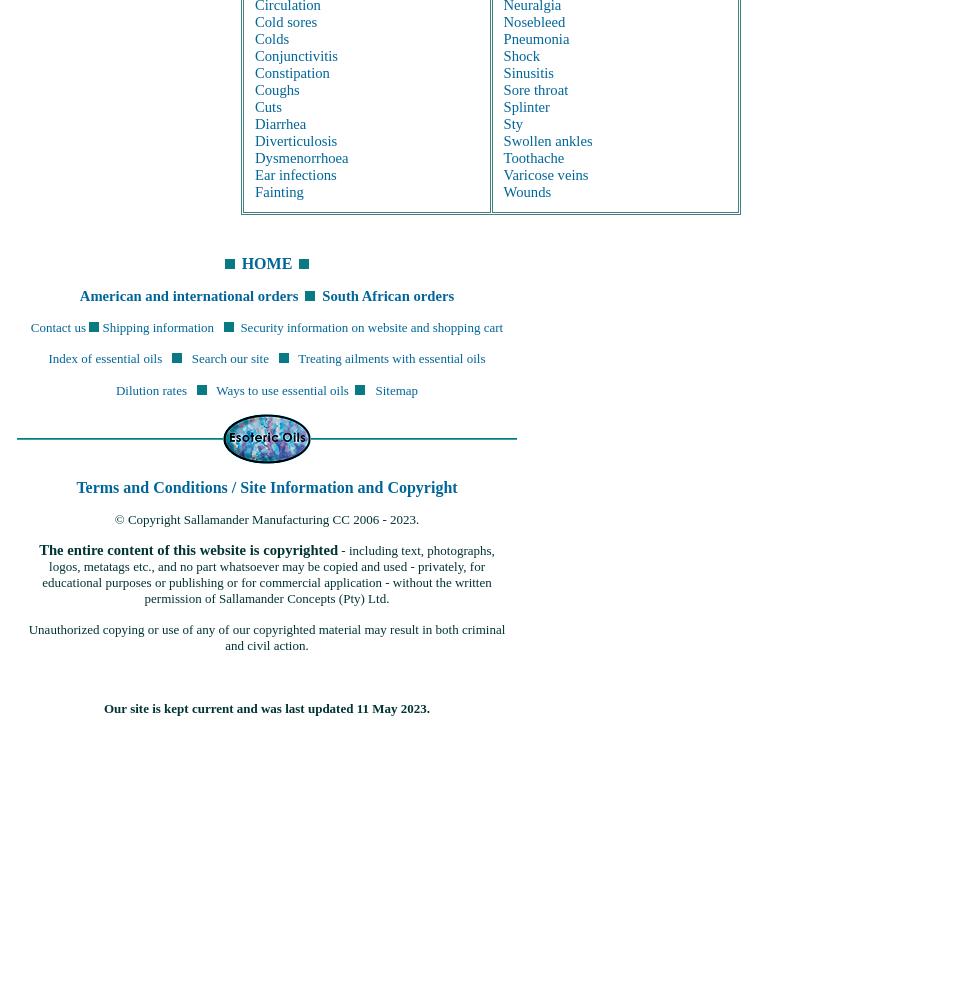 This screenshot has width=979, height=982. Describe the element at coordinates (255, 189) in the screenshot. I see `'Fainting'` at that location.